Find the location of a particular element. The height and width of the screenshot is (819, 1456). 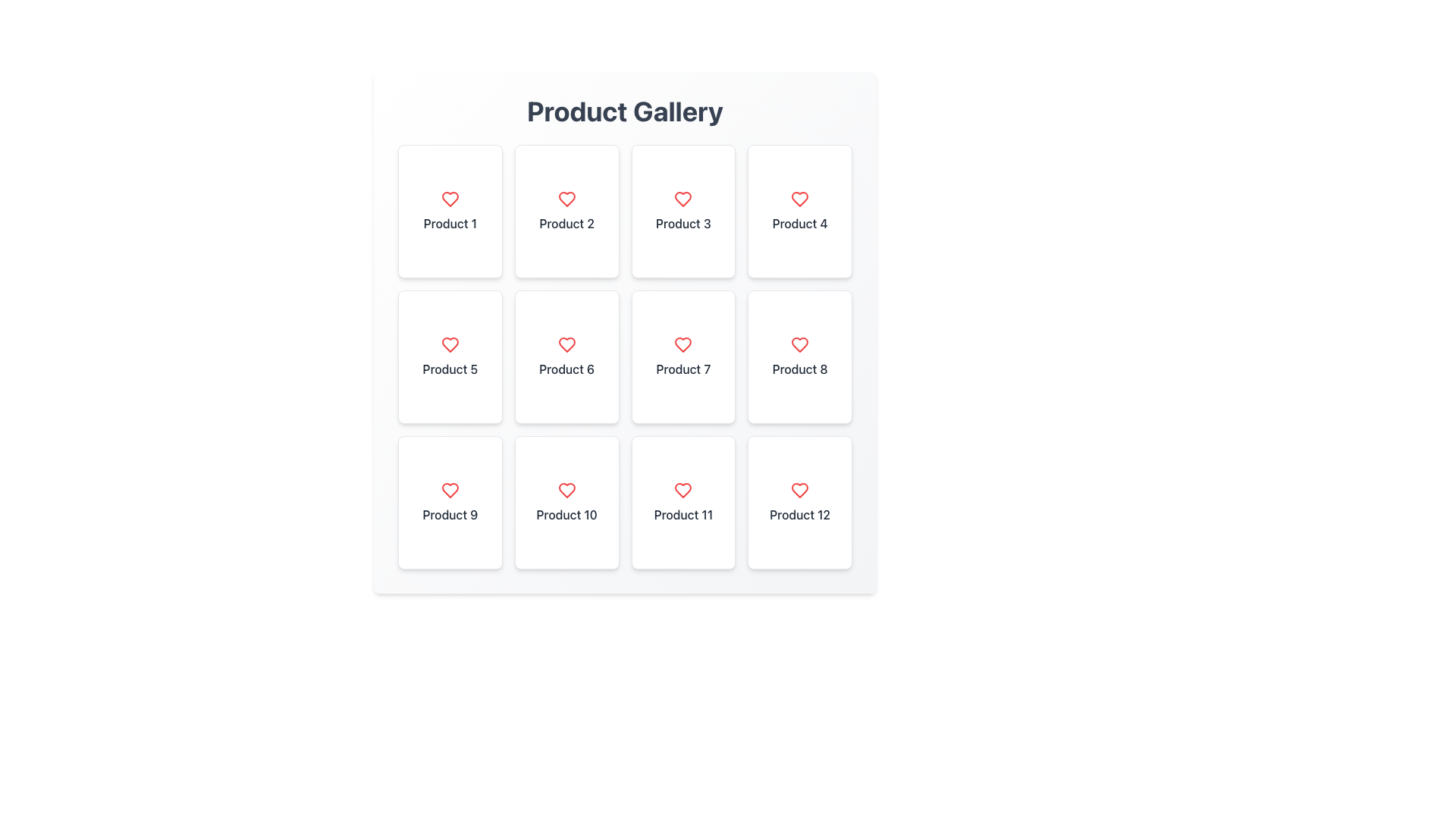

the heart-shaped SVG icon located in the top-left corner of the 'Product Gallery' grid, associated with 'Product 1', to indicate interest in the product is located at coordinates (449, 198).